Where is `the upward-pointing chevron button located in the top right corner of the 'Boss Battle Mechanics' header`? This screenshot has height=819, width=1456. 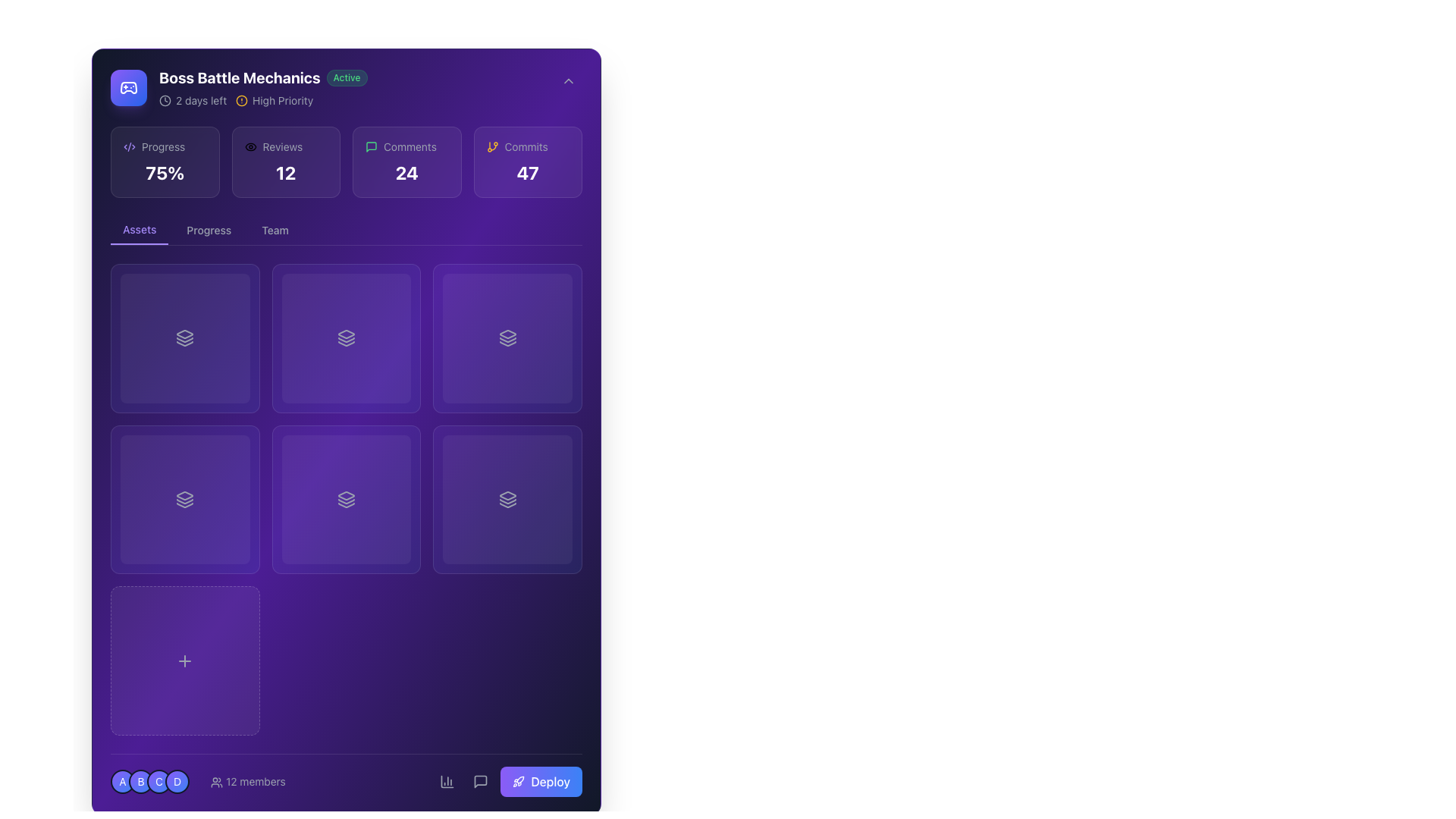
the upward-pointing chevron button located in the top right corner of the 'Boss Battle Mechanics' header is located at coordinates (567, 81).